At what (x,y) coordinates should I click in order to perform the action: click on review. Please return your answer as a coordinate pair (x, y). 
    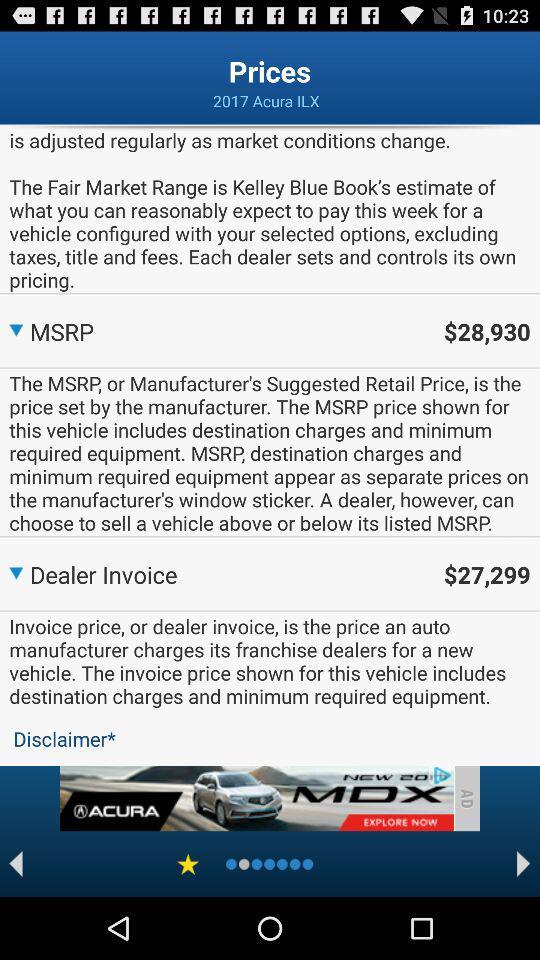
    Looking at the image, I should click on (188, 863).